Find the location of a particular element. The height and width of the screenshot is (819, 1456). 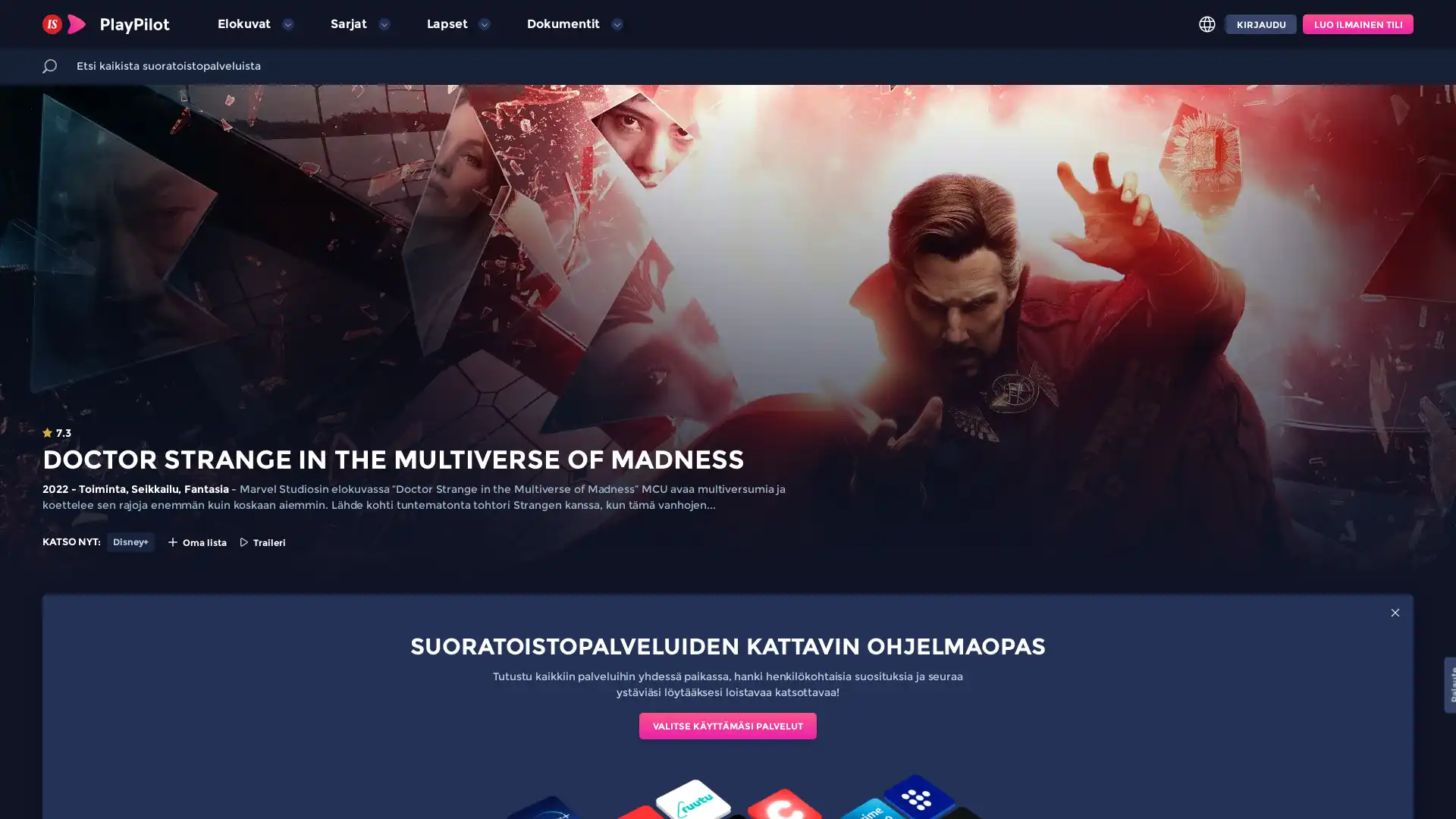

VALITSE KAYTTAMASI PALVELUT is located at coordinates (728, 725).